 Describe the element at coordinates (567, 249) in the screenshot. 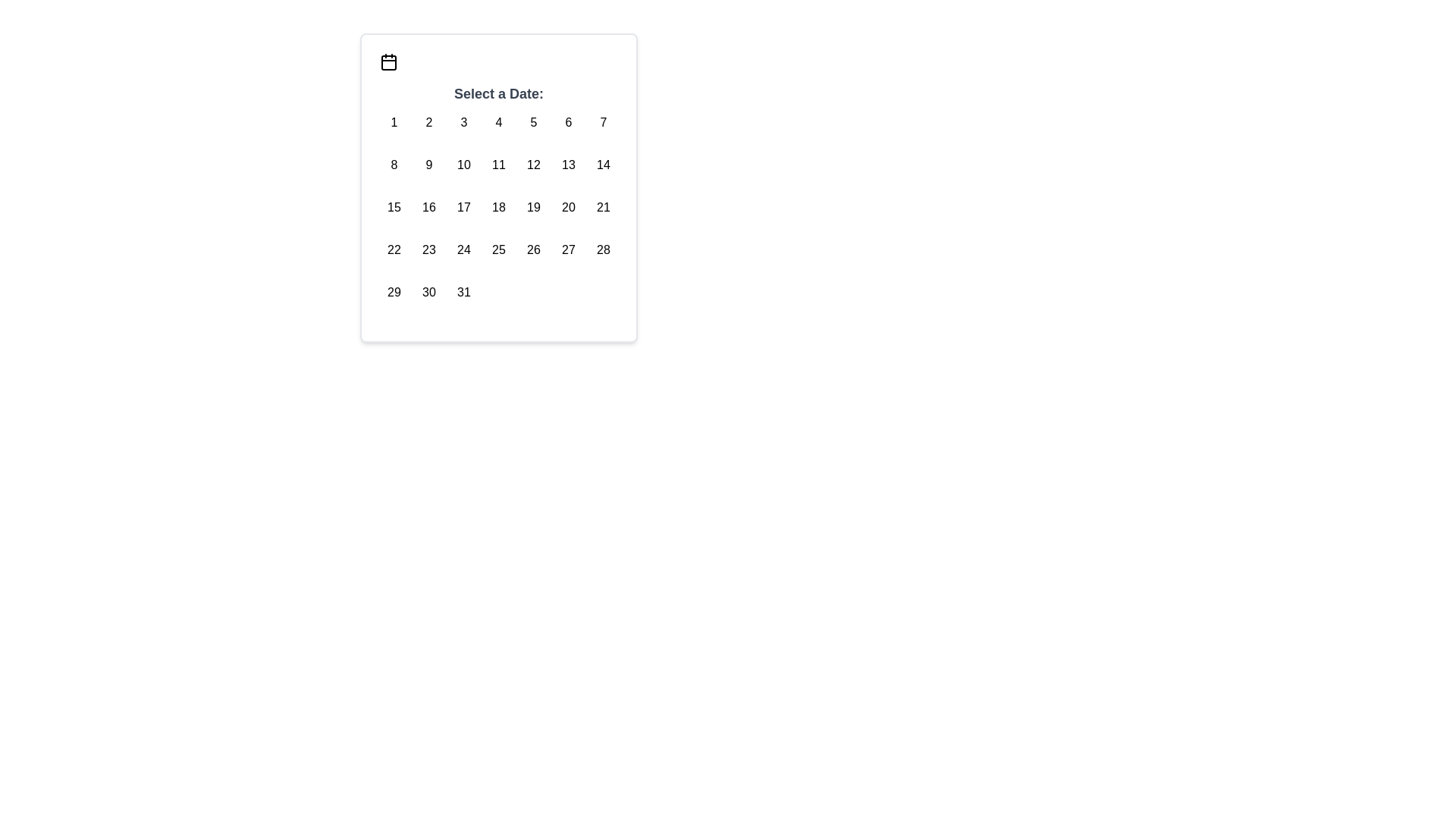

I see `the circular button with the text '27'` at that location.